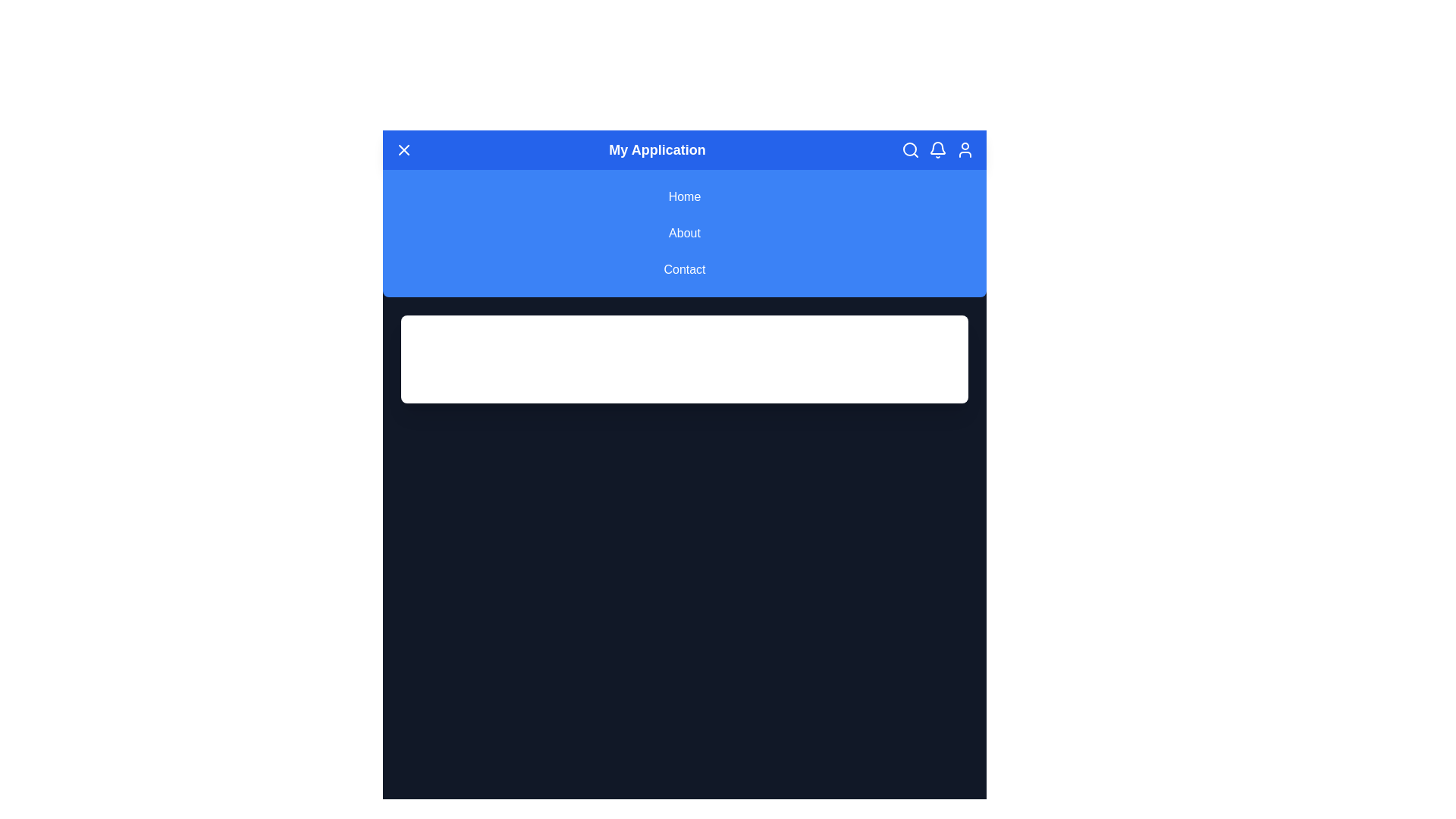 The image size is (1456, 819). Describe the element at coordinates (910, 149) in the screenshot. I see `the search icon in the header` at that location.